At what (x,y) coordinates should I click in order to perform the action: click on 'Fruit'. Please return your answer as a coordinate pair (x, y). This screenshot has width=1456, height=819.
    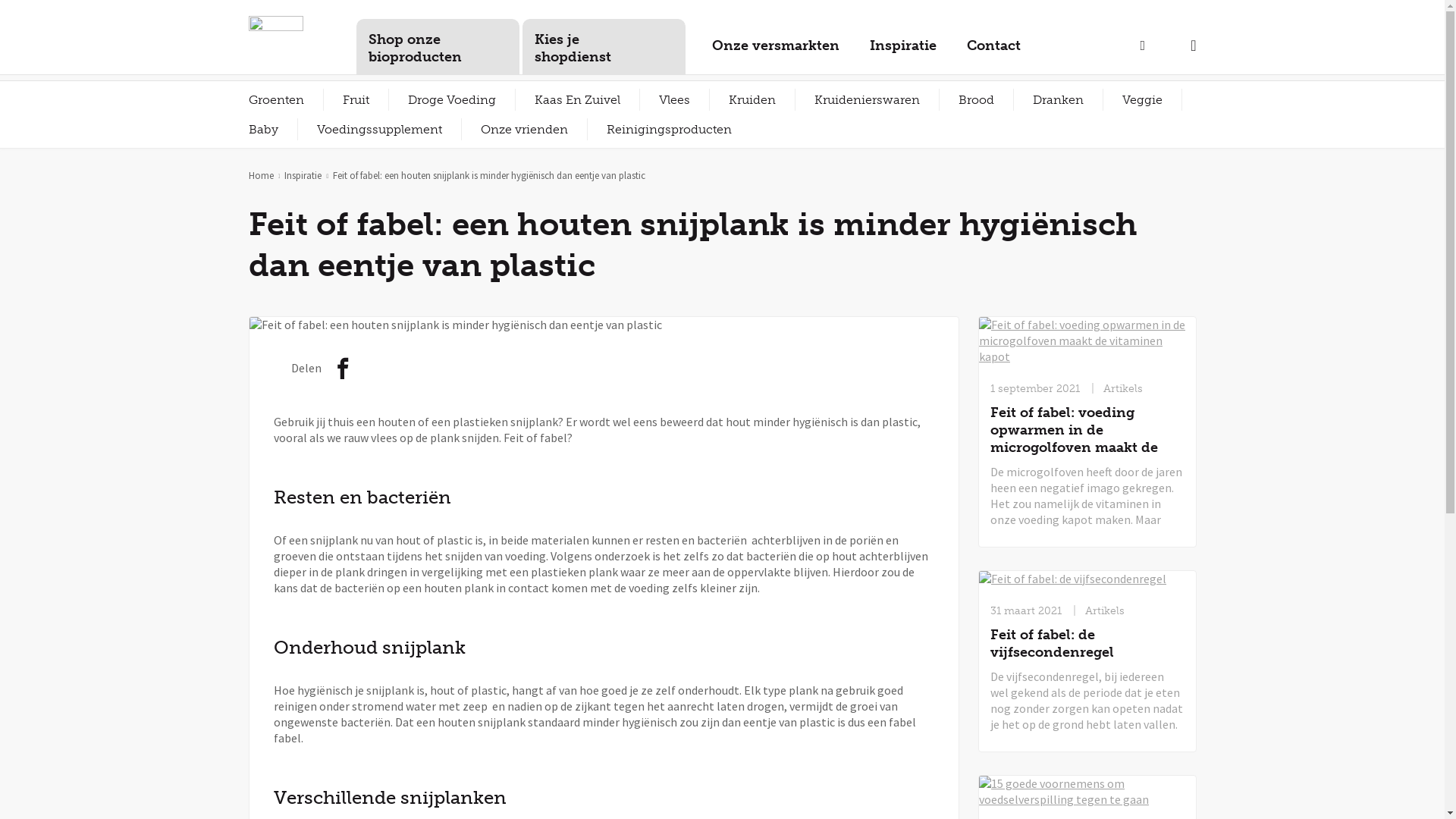
    Looking at the image, I should click on (354, 99).